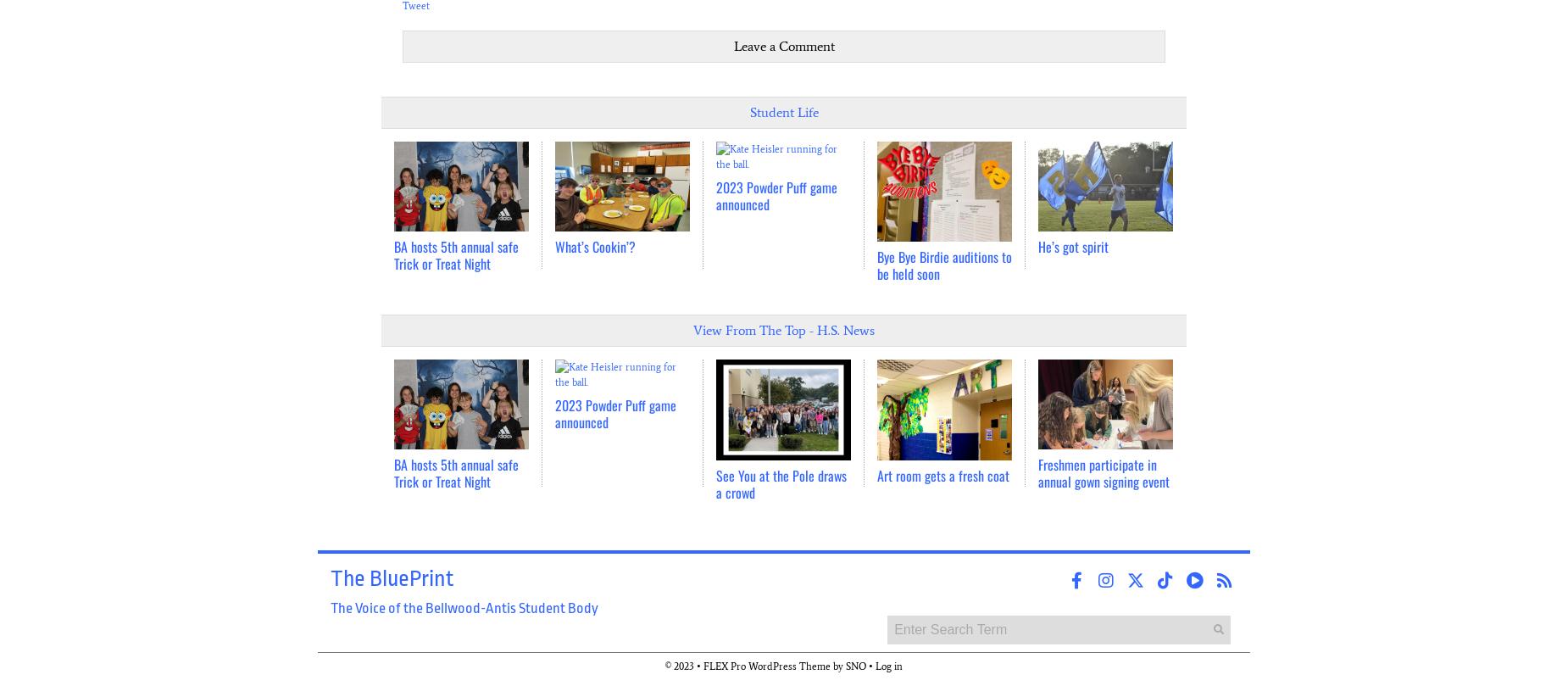  I want to click on 'See You at the Pole draws a crowd', so click(781, 483).